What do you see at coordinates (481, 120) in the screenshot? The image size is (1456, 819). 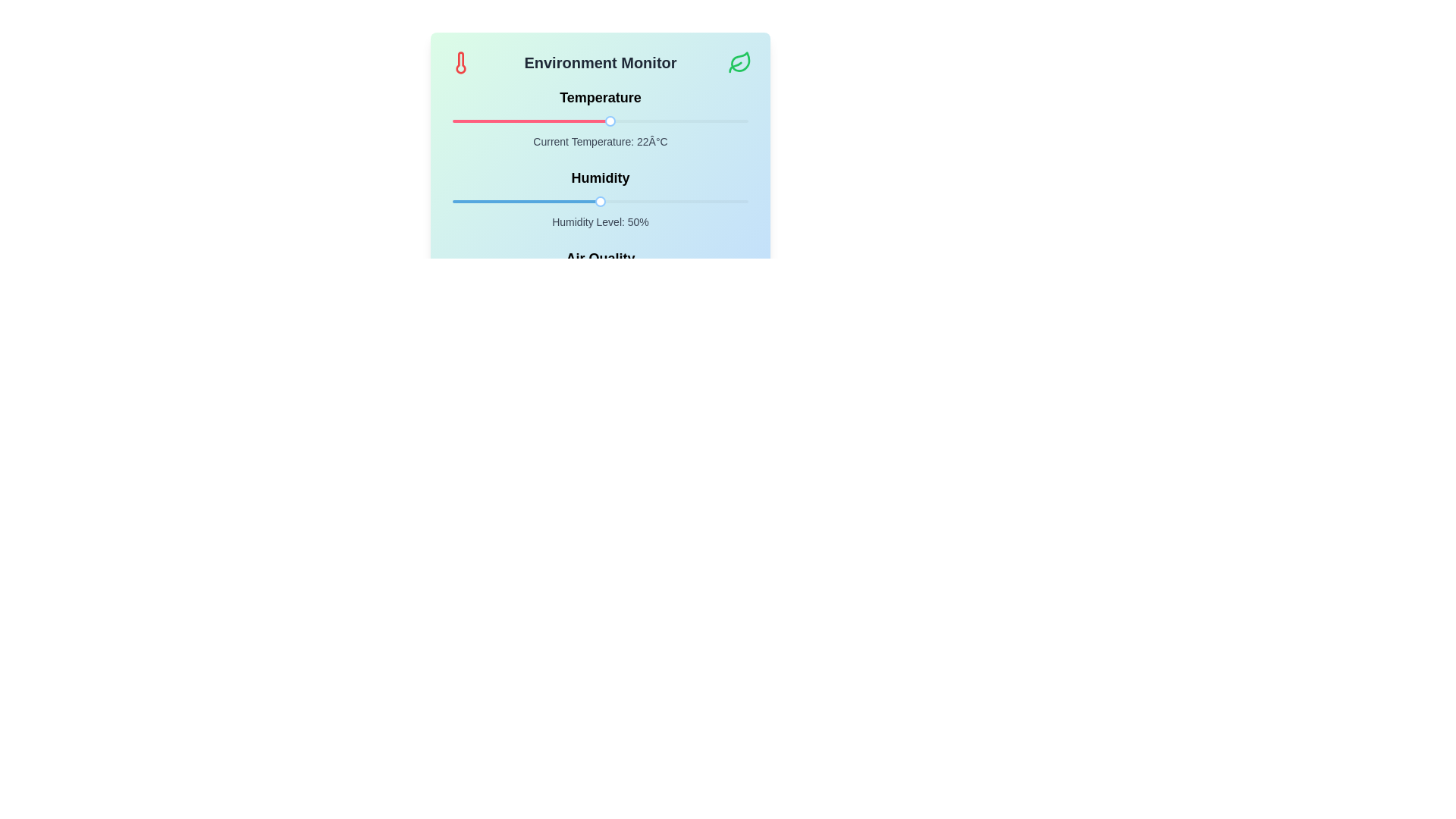 I see `the temperature` at bounding box center [481, 120].